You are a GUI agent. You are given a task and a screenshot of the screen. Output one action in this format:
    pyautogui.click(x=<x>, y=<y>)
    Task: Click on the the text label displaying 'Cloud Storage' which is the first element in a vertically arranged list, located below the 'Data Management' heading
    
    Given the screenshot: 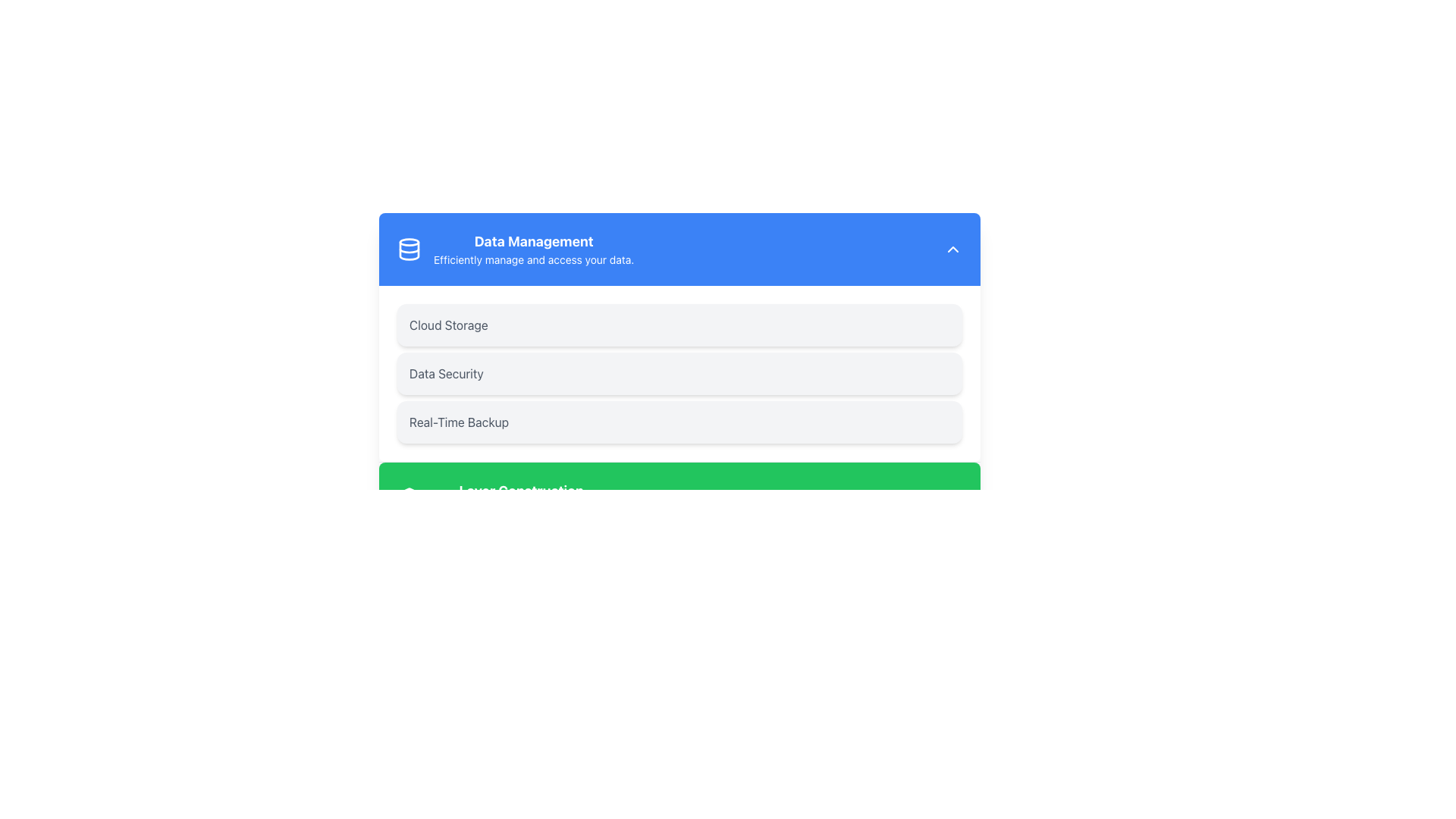 What is the action you would take?
    pyautogui.click(x=447, y=324)
    